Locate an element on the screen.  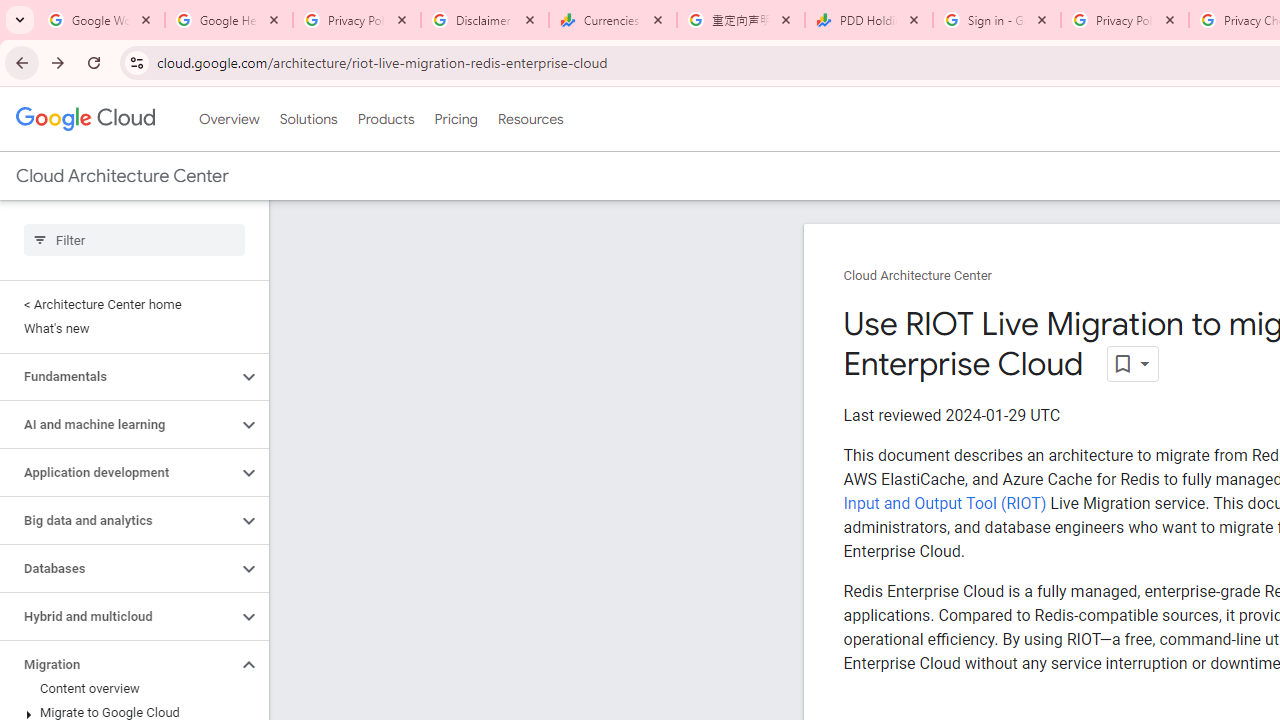
'Content overview' is located at coordinates (129, 688).